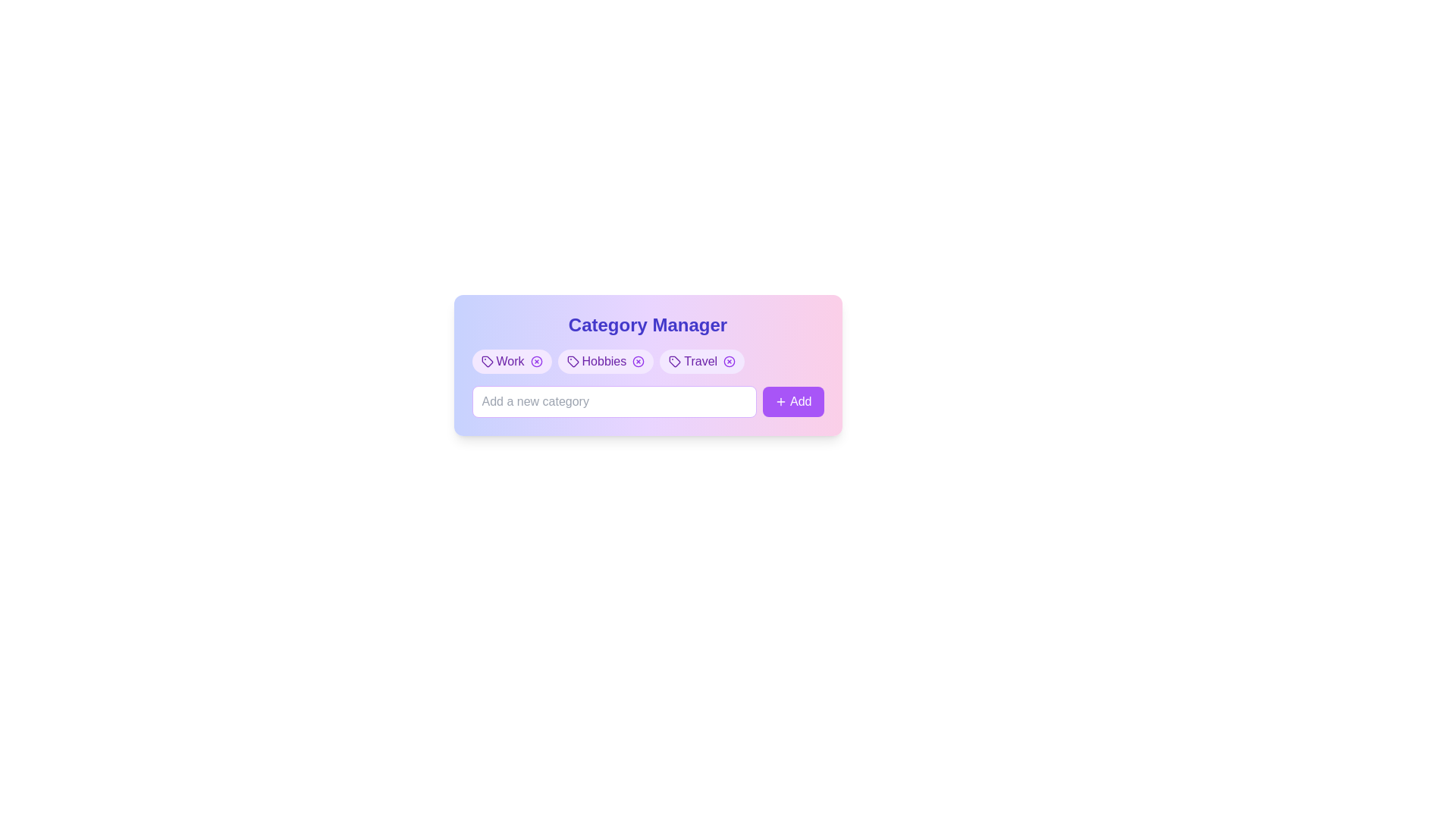  What do you see at coordinates (536, 362) in the screenshot?
I see `the Circular SVG element associated with the 'Work' category tag to gain more information` at bounding box center [536, 362].